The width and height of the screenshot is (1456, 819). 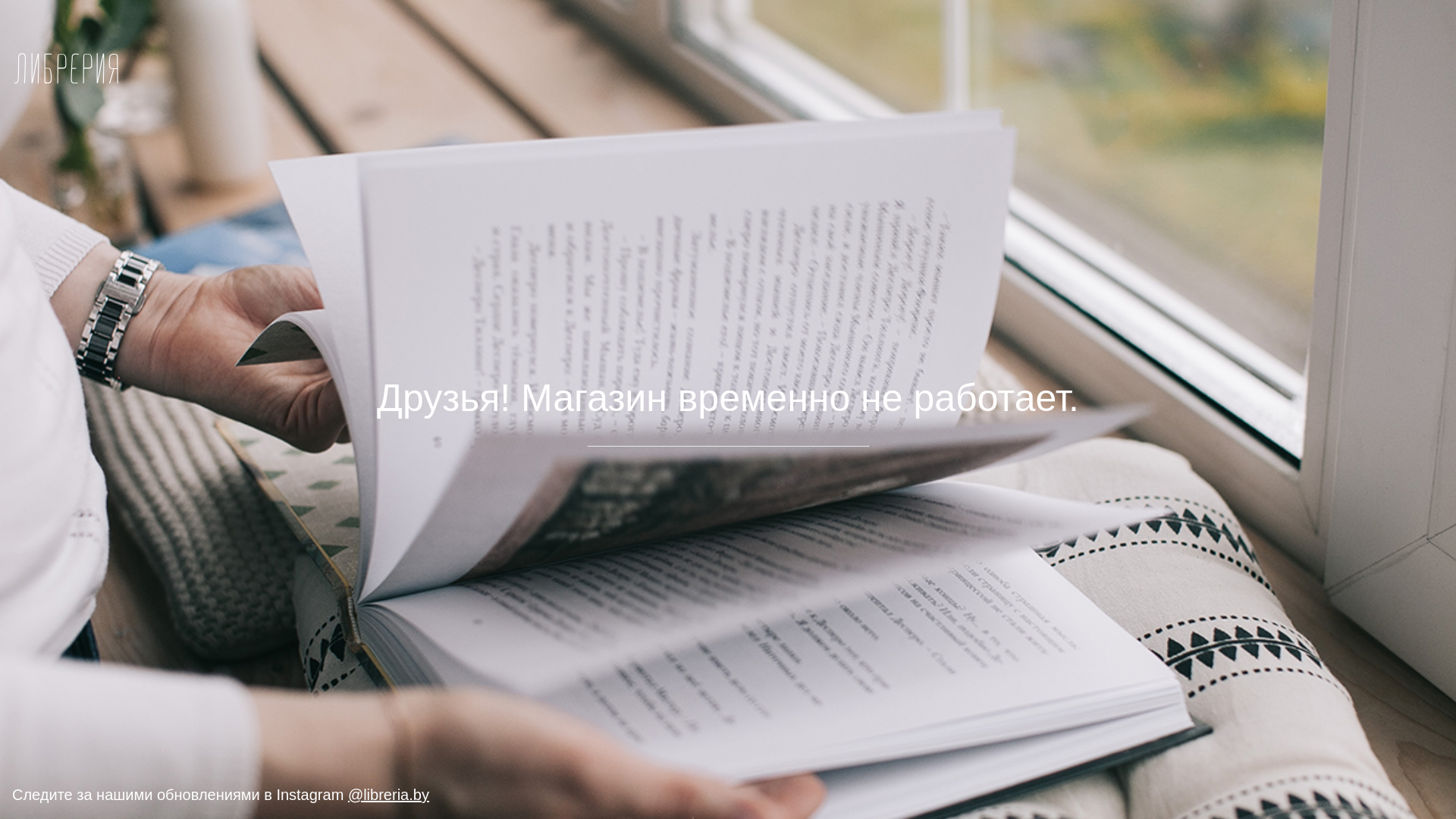 What do you see at coordinates (388, 794) in the screenshot?
I see `'@libreria.by'` at bounding box center [388, 794].